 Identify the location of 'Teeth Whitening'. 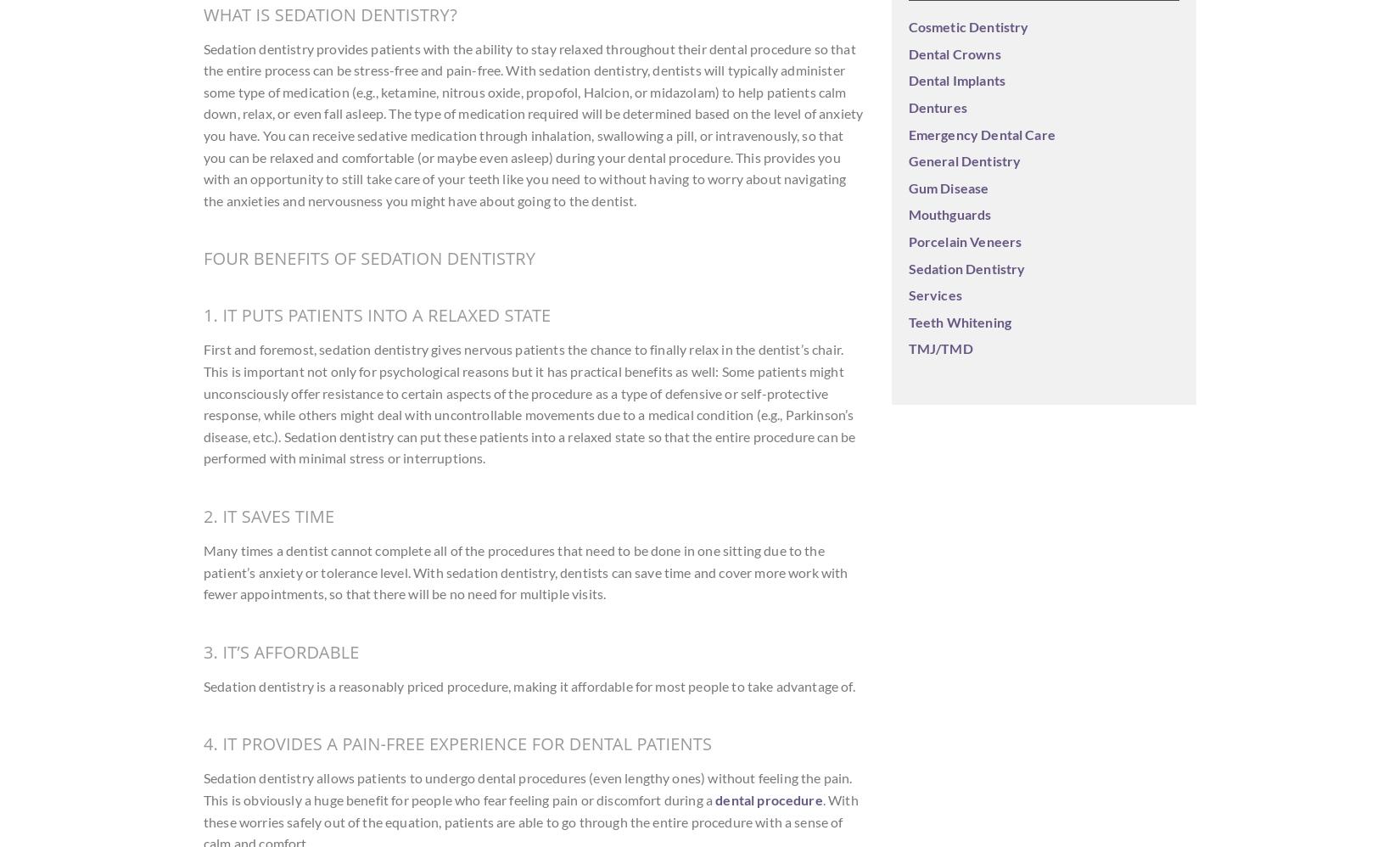
(960, 320).